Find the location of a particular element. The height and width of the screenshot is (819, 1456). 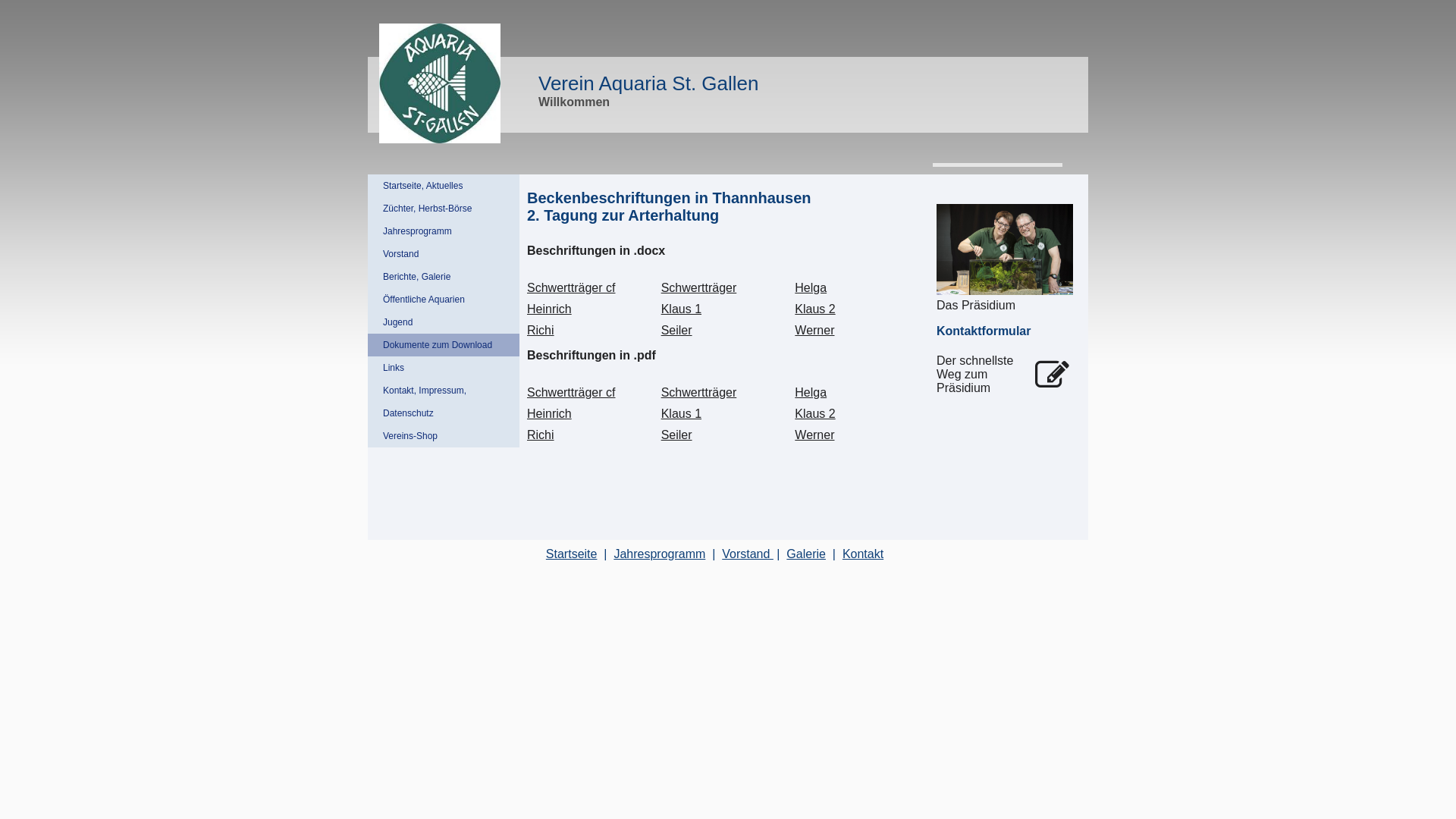

'Vereins-Shop' is located at coordinates (367, 435).